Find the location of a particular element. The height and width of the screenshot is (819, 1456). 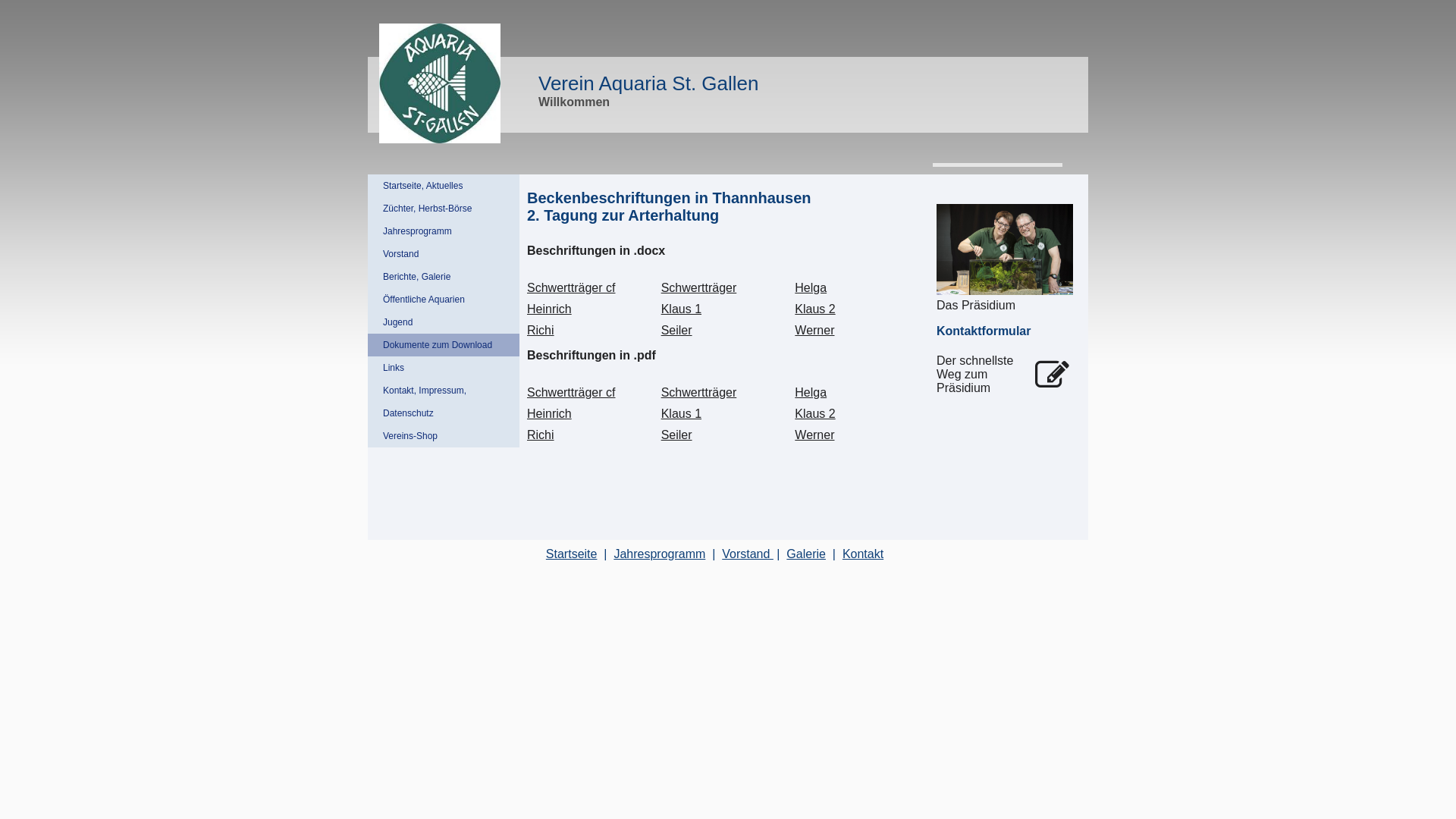

'Vereins-Shop' is located at coordinates (367, 435).